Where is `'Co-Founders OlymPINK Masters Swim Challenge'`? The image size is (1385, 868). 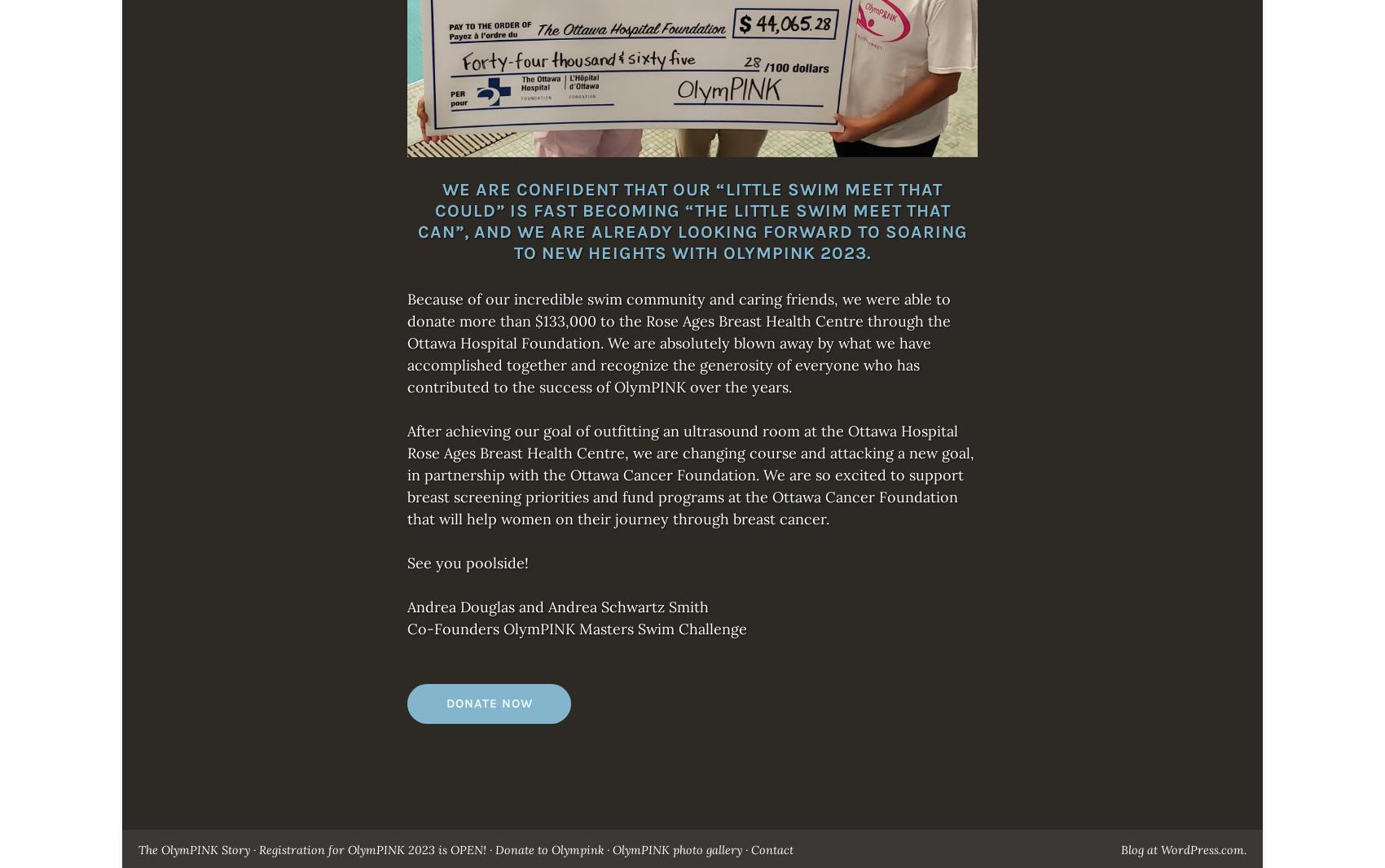
'Co-Founders OlymPINK Masters Swim Challenge' is located at coordinates (577, 627).